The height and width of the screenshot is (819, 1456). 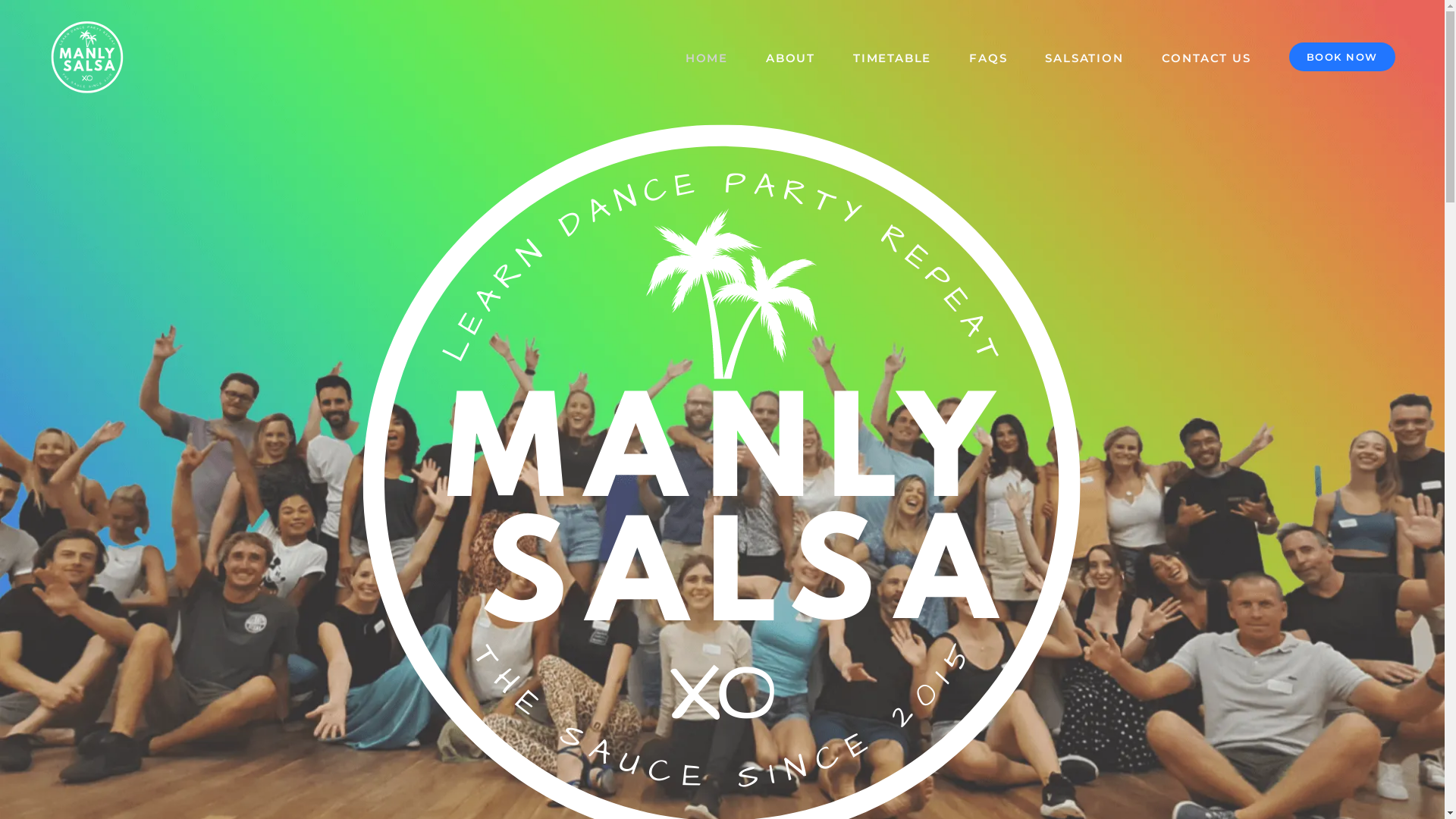 I want to click on 'ABOUT', so click(x=789, y=55).